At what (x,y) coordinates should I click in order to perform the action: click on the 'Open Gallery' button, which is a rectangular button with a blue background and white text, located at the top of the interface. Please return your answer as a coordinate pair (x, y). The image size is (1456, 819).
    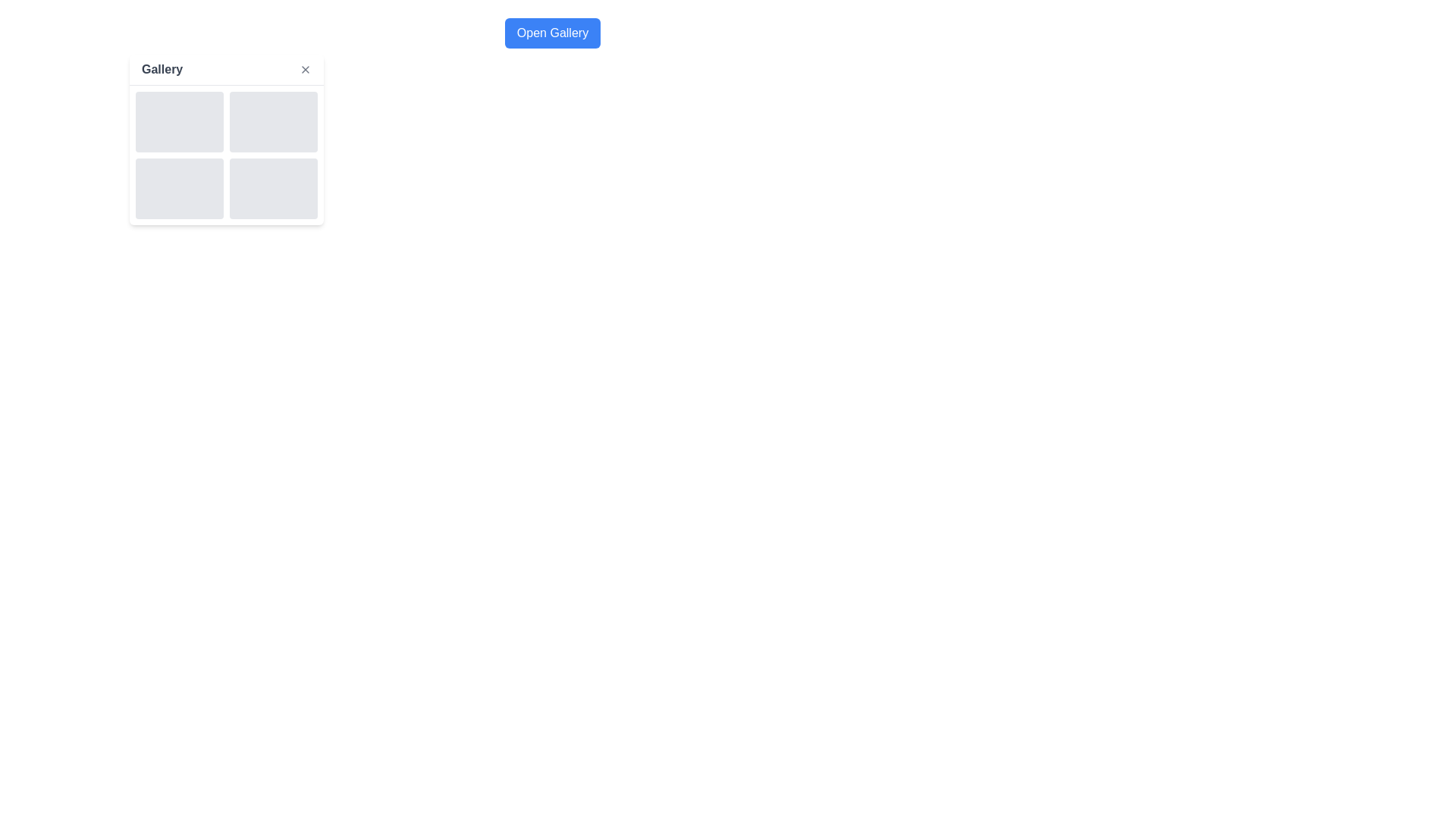
    Looking at the image, I should click on (552, 33).